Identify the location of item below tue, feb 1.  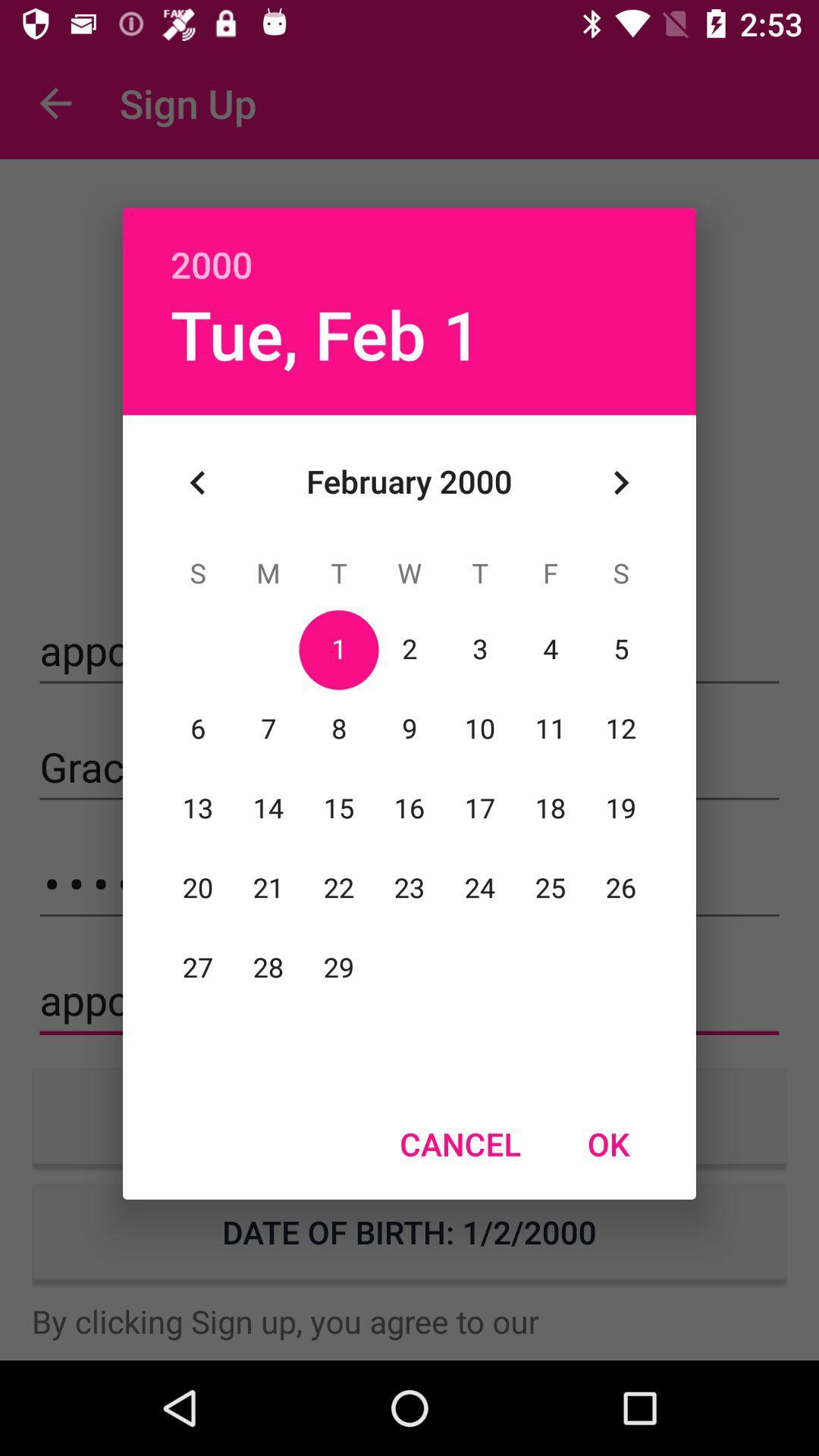
(197, 482).